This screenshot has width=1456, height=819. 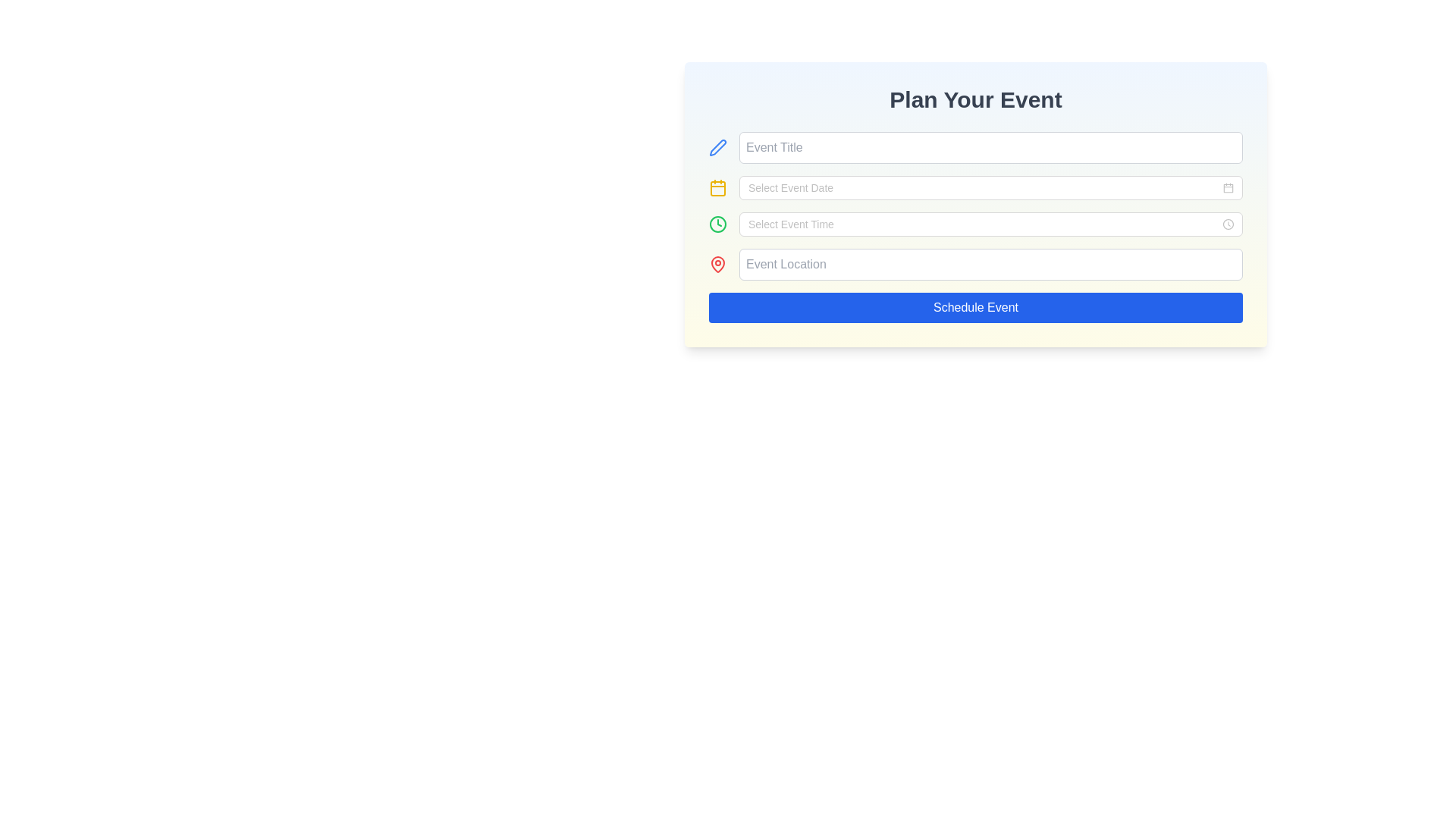 What do you see at coordinates (984, 224) in the screenshot?
I see `the third input field for time selection located below the 'Select Event Date' field` at bounding box center [984, 224].